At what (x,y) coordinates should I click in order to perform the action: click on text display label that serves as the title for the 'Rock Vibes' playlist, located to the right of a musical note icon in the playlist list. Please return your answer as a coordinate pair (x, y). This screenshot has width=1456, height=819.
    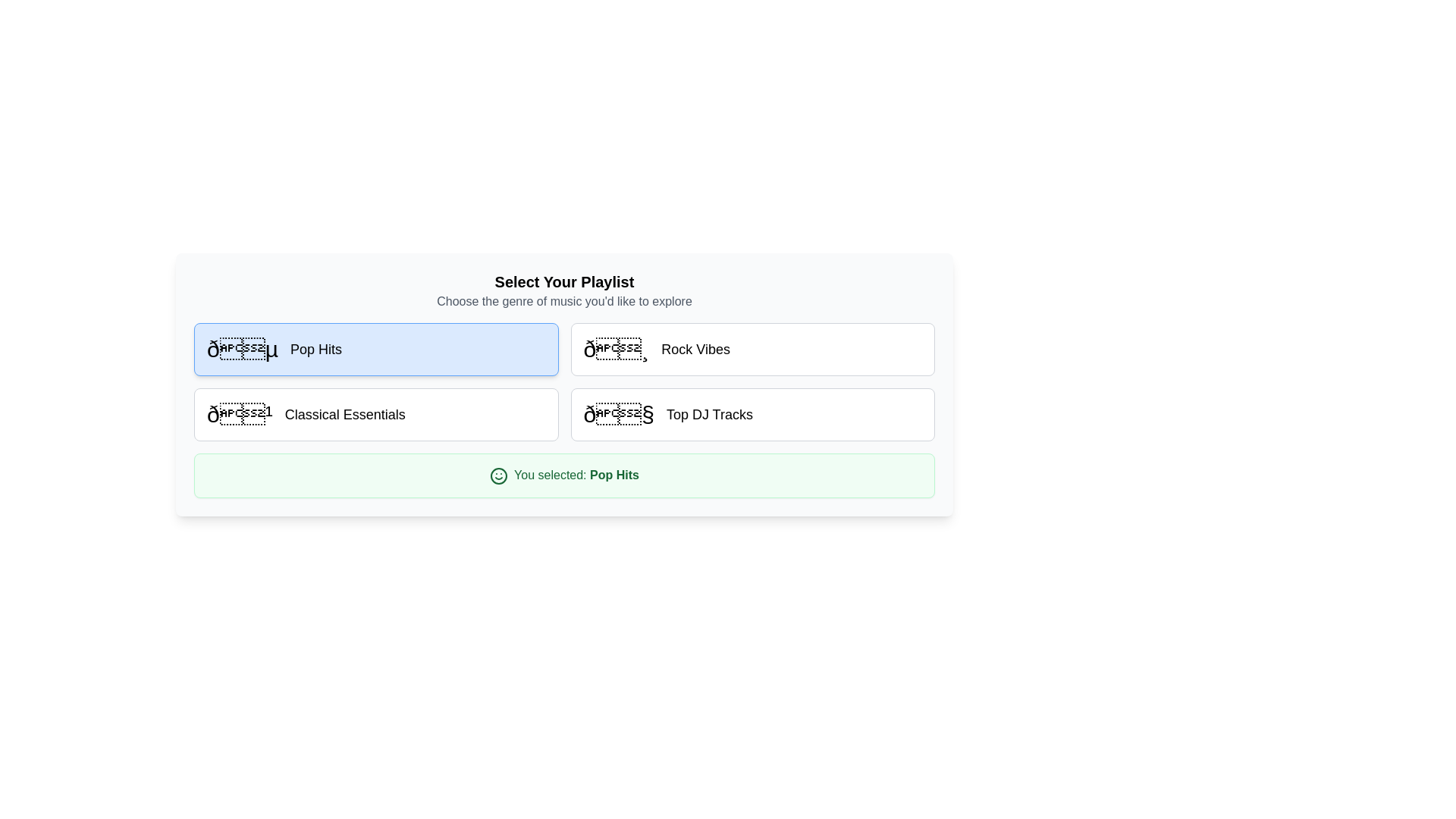
    Looking at the image, I should click on (695, 350).